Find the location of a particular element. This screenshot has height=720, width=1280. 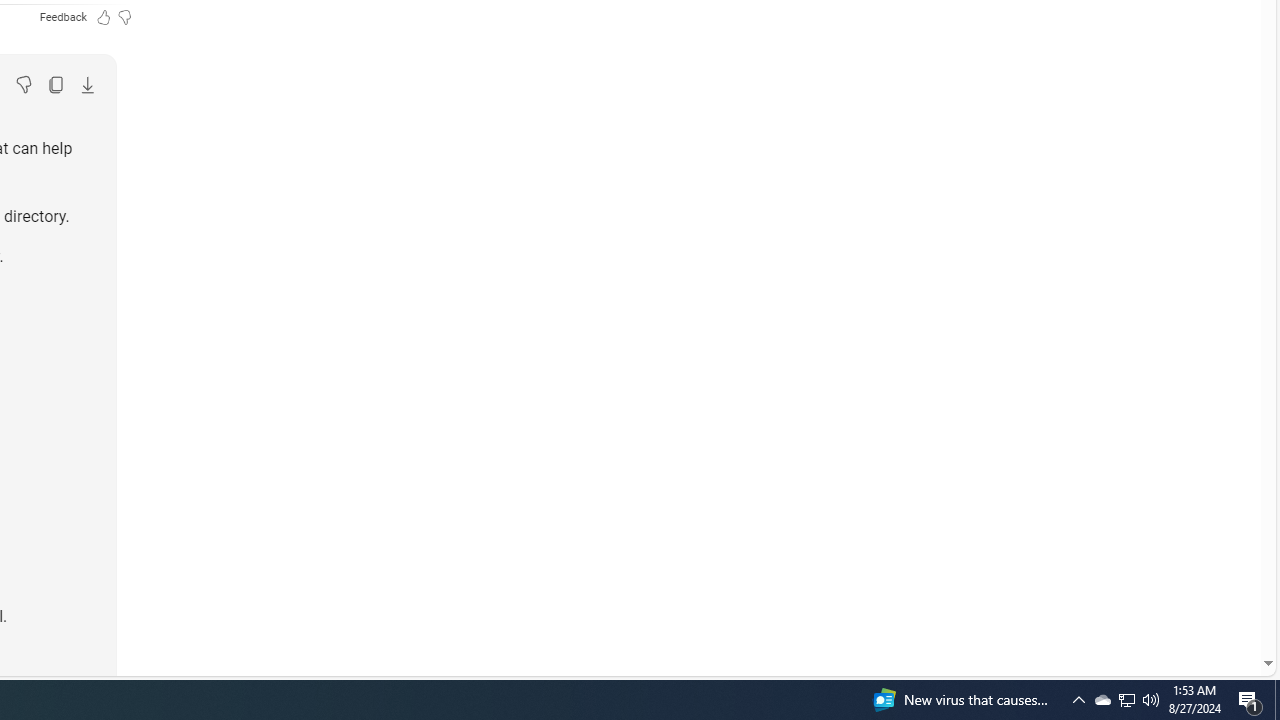

'Feedback Like' is located at coordinates (102, 16).